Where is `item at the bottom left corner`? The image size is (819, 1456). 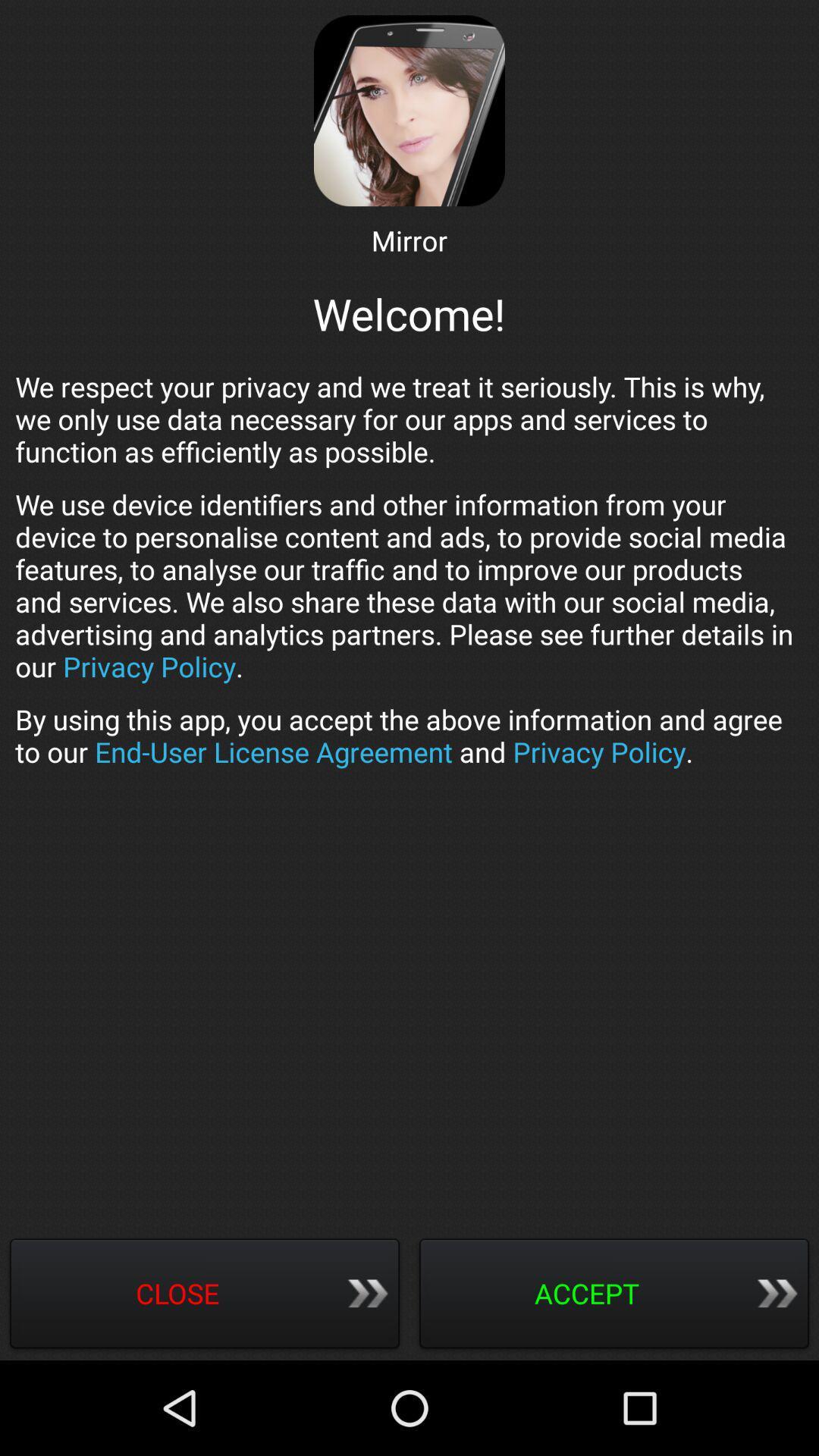
item at the bottom left corner is located at coordinates (205, 1294).